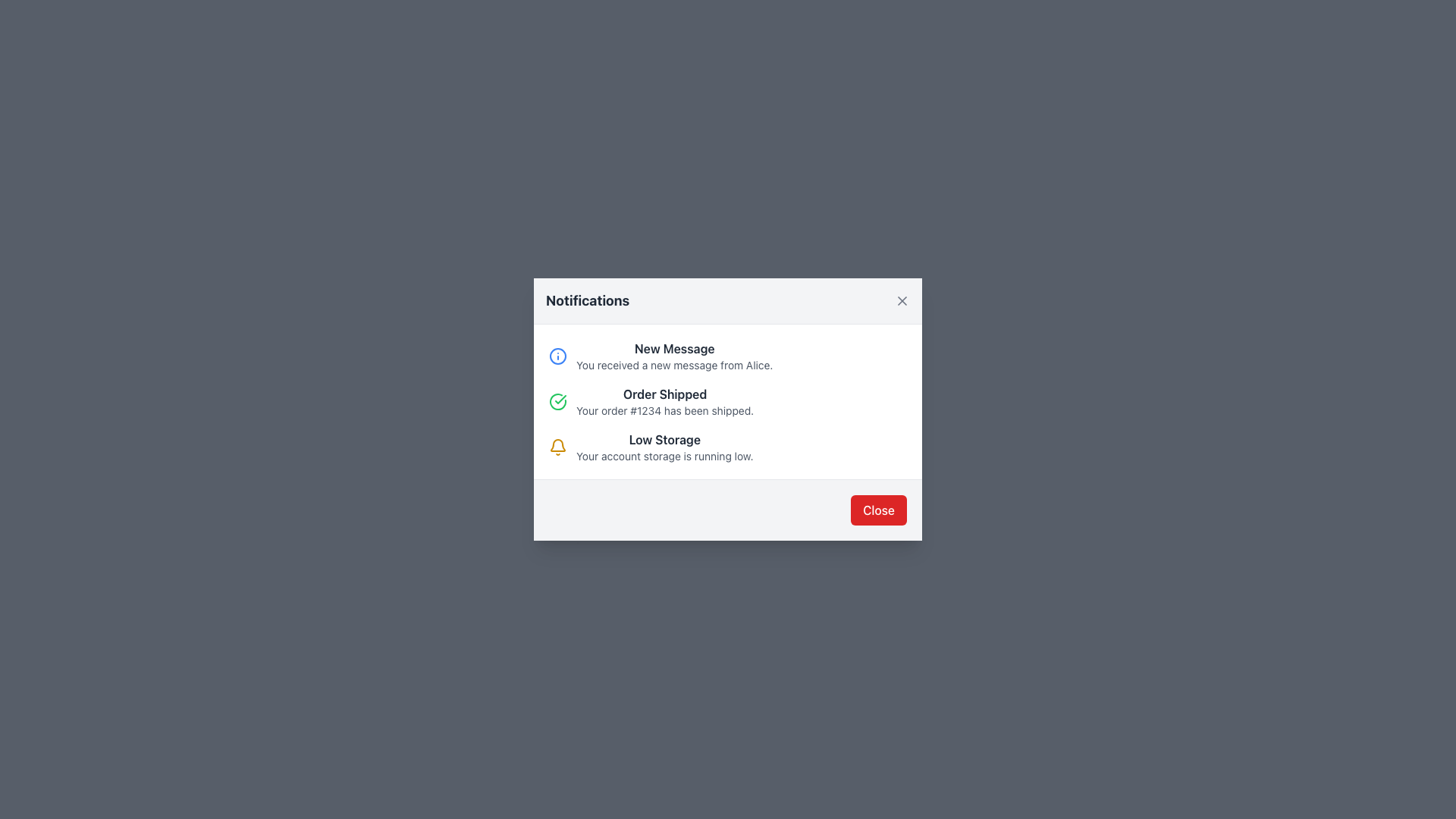 This screenshot has height=819, width=1456. Describe the element at coordinates (587, 301) in the screenshot. I see `the static text element that serves as the title for the notification center in the dialog box` at that location.